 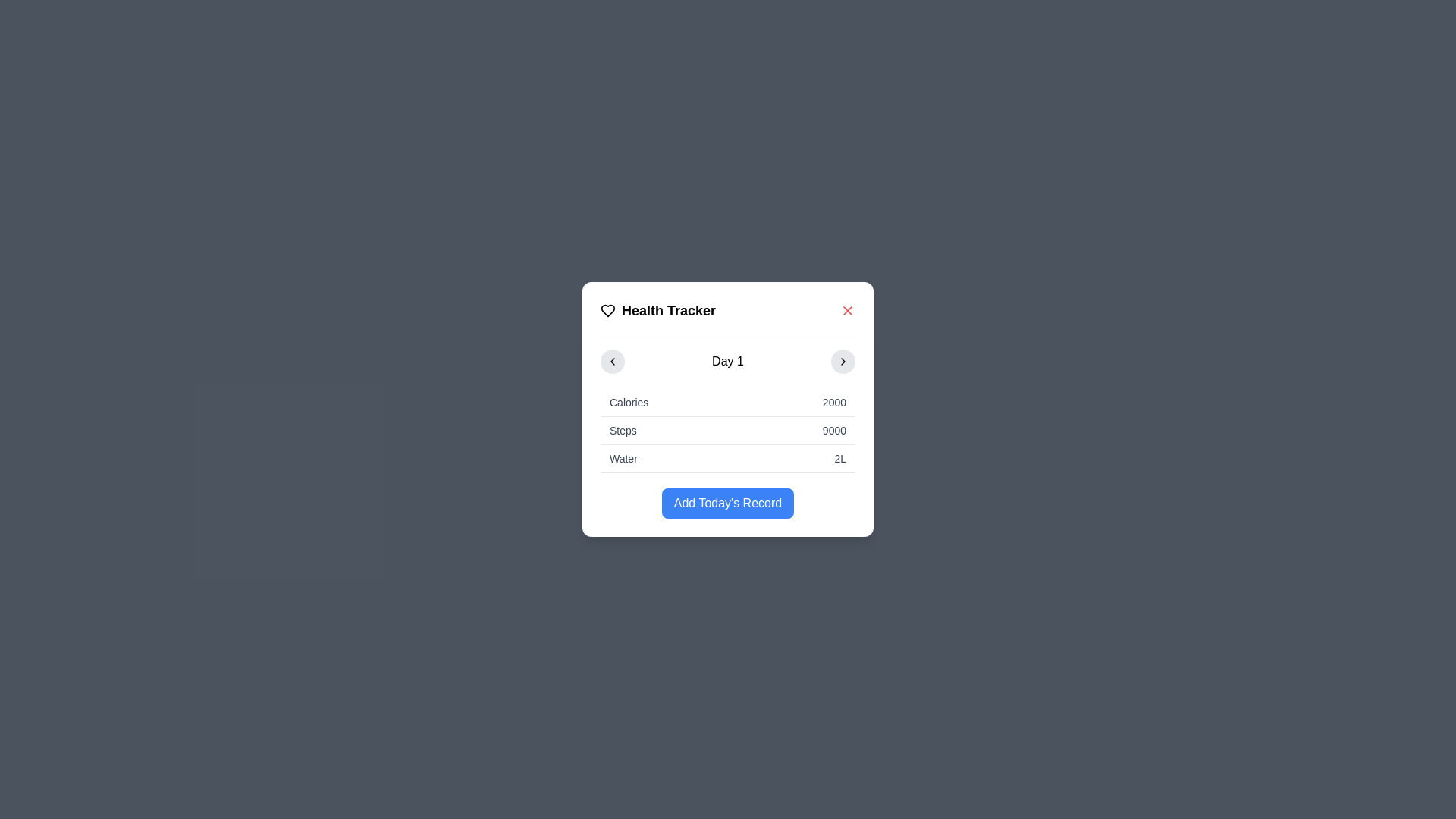 I want to click on the heart-shaped icon located in the header of the 'Health Tracker' modal dialog for visual identification, so click(x=607, y=309).